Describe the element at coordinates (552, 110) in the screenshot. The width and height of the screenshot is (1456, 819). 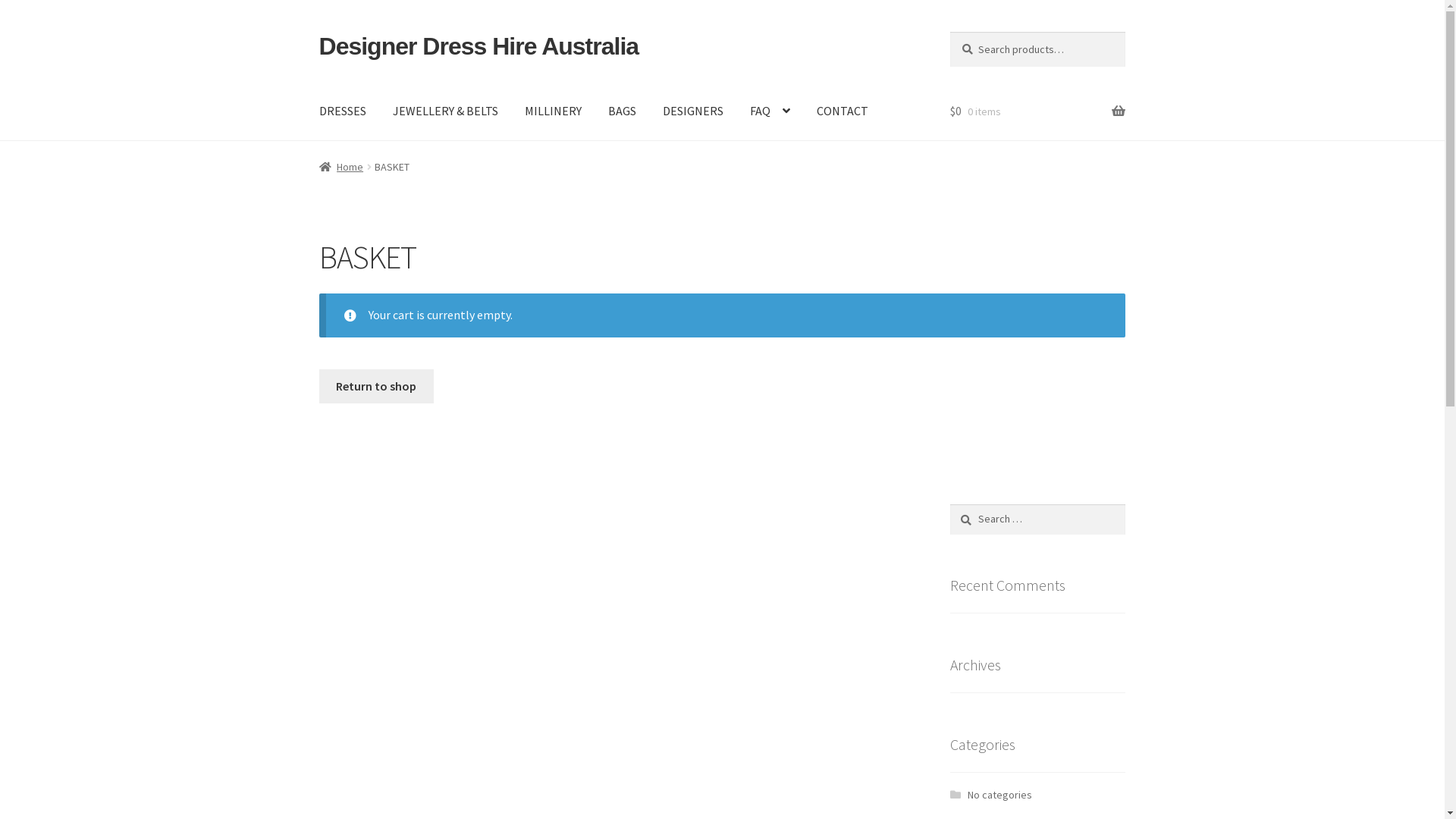
I see `'MILLINERY'` at that location.